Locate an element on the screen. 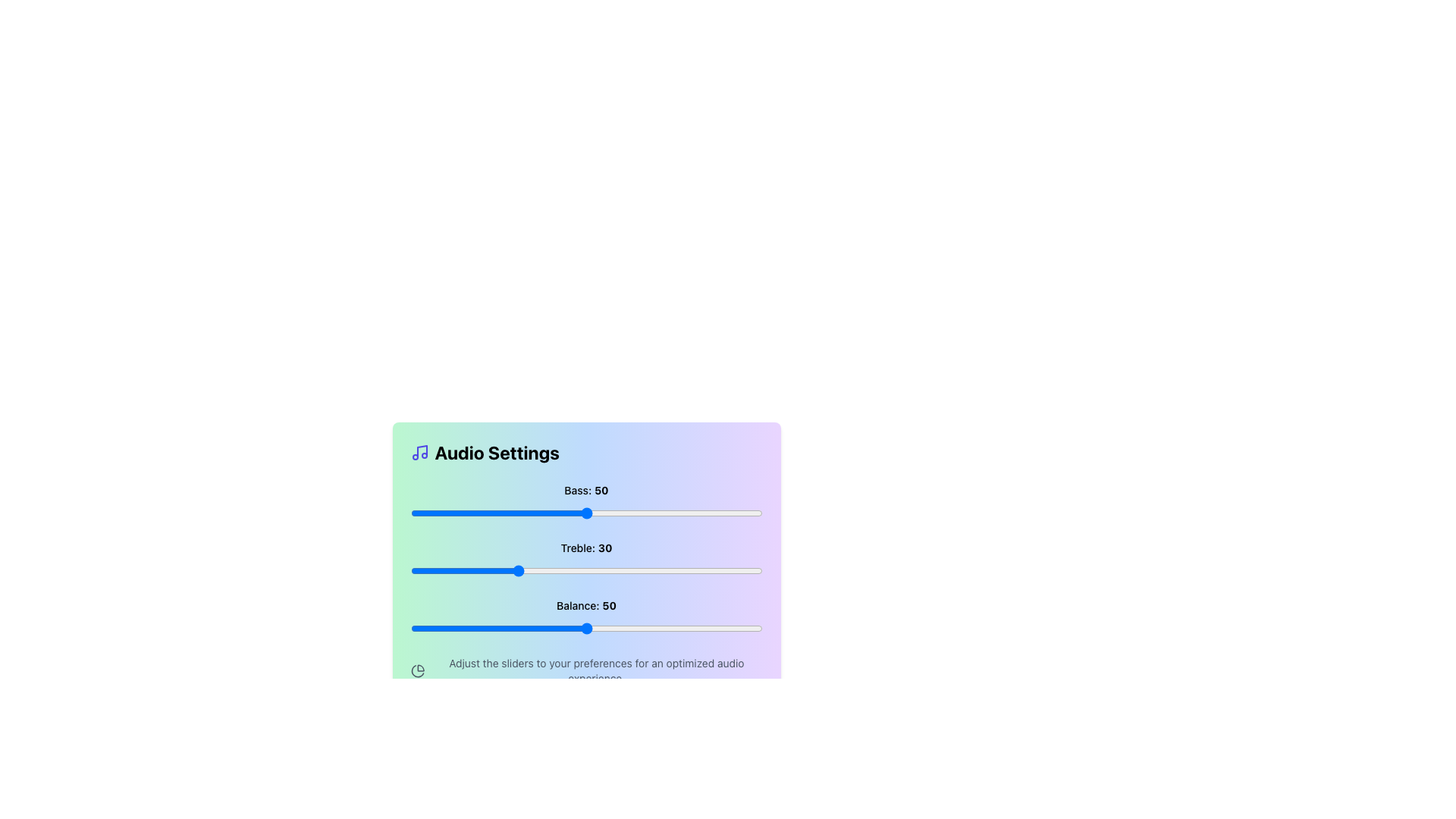 Image resolution: width=1456 pixels, height=819 pixels. the guidance label with an accompanying icon located beneath the Bass, Treble, and Balance sliders for audio settings optimization is located at coordinates (585, 670).